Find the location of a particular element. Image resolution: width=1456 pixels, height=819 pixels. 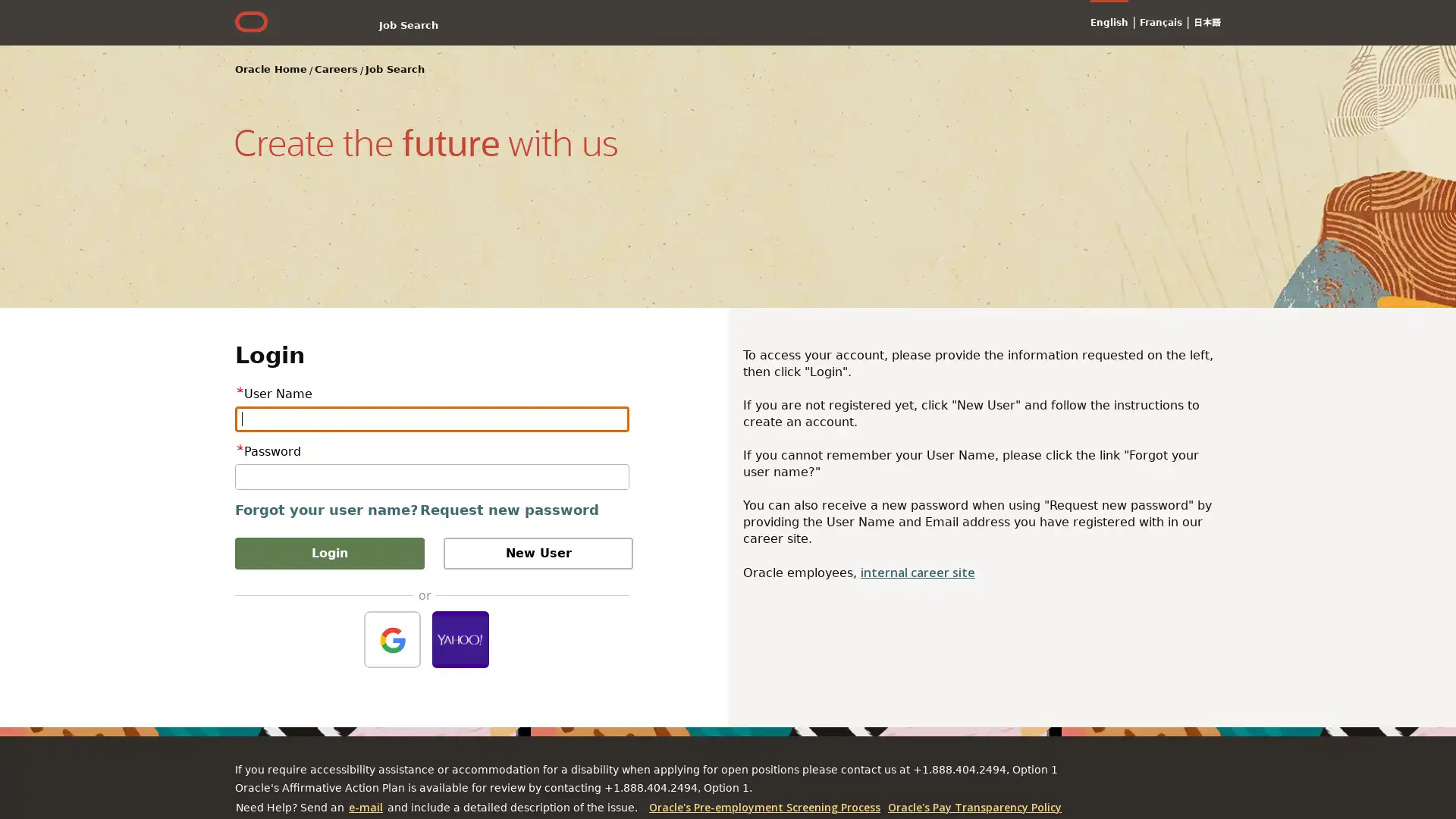

Login is located at coordinates (329, 553).